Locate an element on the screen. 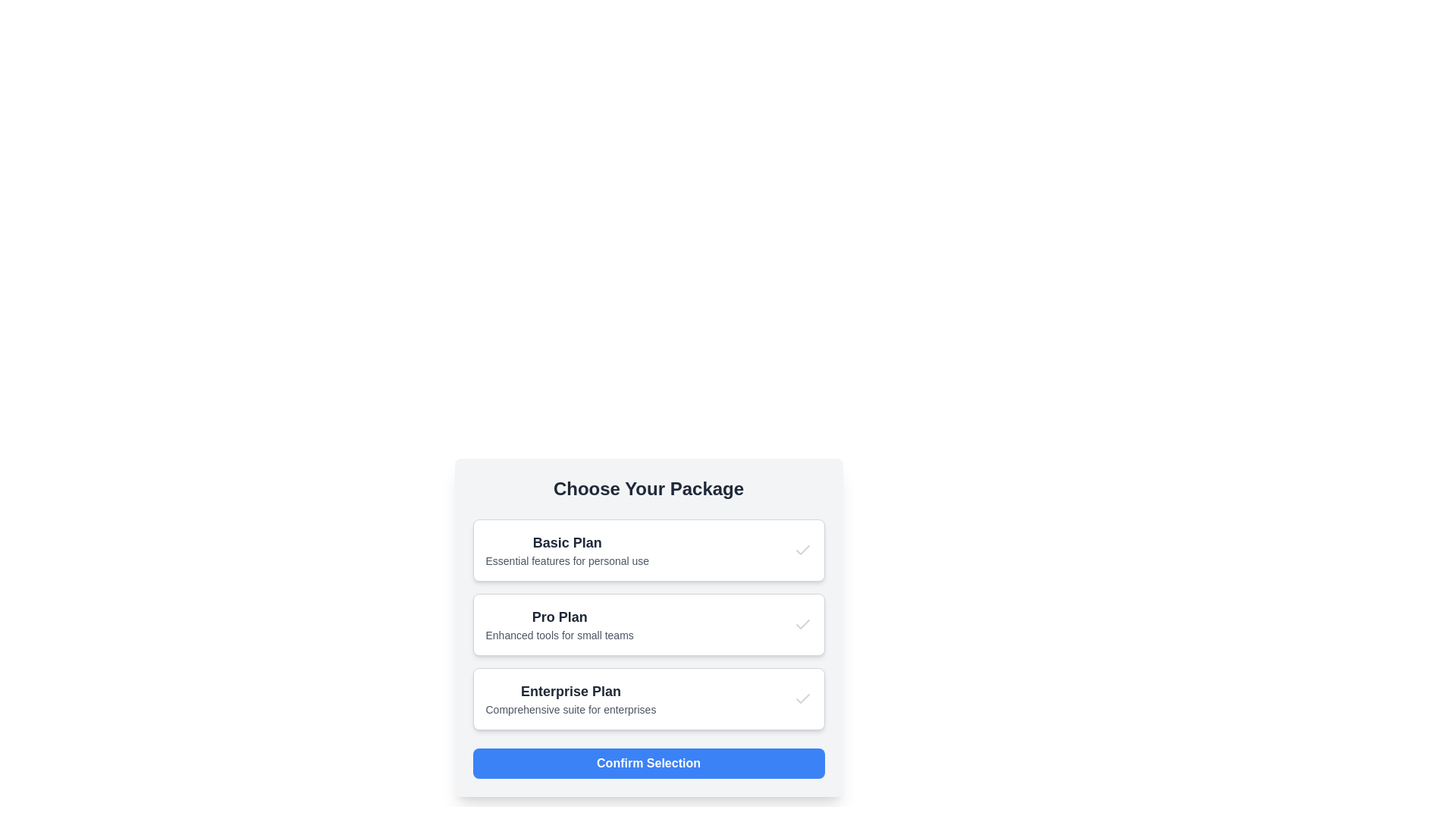 The width and height of the screenshot is (1456, 819). the text label 'Pro Plan' which is centrally aligned within the second selectable option in the plan offerings dialog box is located at coordinates (559, 617).